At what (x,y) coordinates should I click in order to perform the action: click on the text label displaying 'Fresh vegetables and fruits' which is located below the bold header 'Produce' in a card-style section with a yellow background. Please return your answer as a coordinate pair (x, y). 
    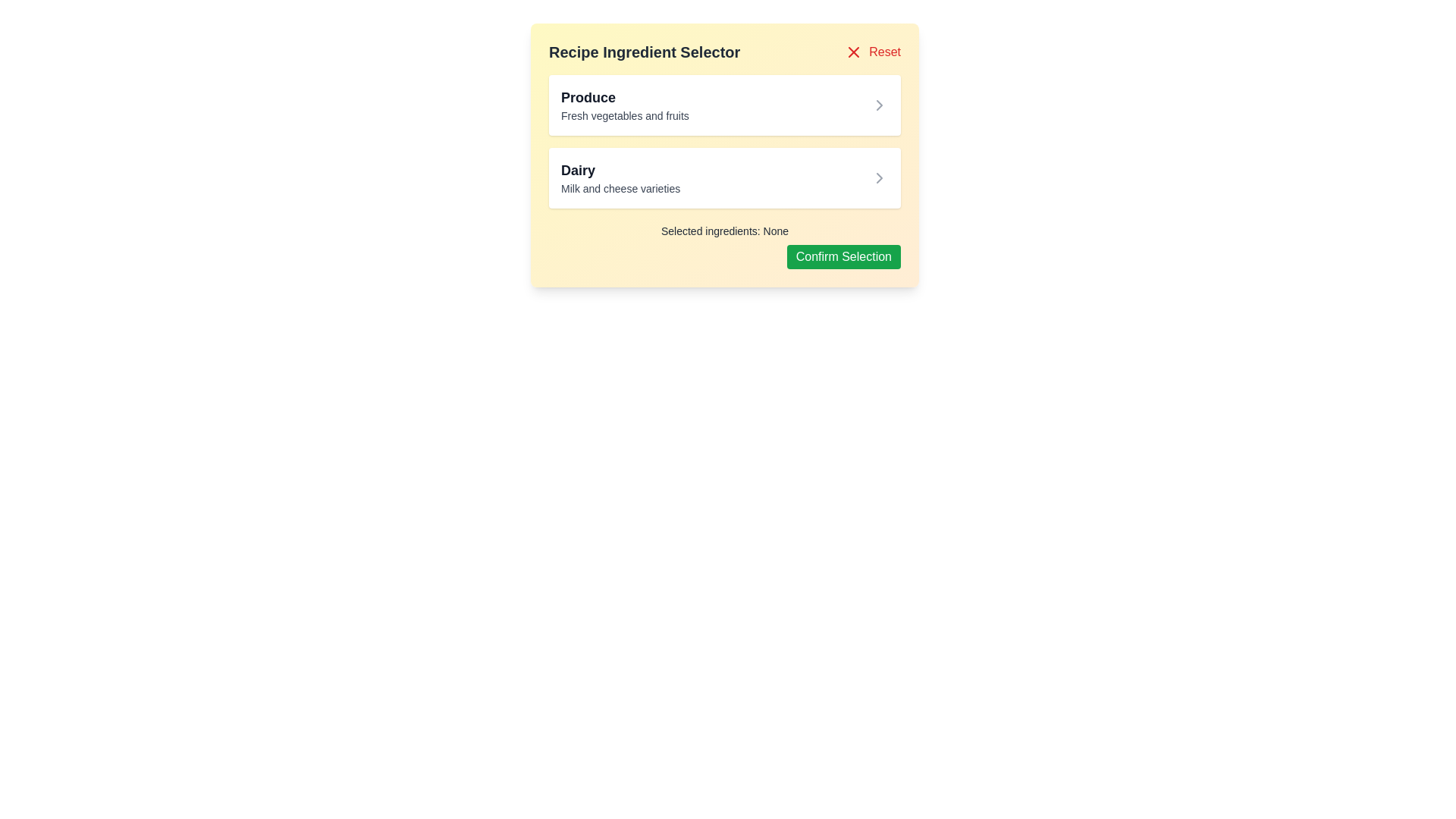
    Looking at the image, I should click on (625, 115).